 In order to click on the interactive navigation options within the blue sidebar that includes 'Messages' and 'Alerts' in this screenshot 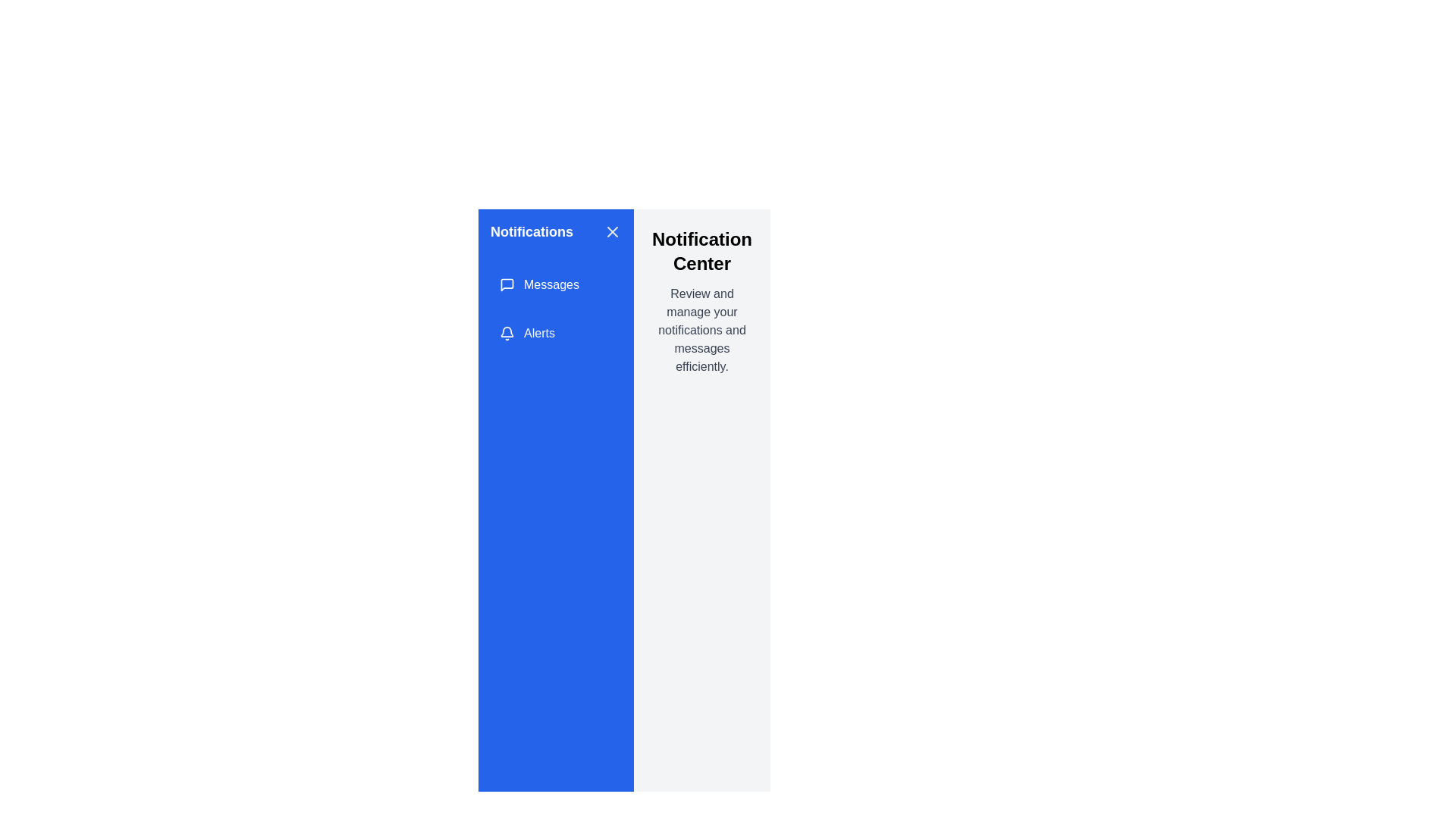, I will do `click(555, 309)`.